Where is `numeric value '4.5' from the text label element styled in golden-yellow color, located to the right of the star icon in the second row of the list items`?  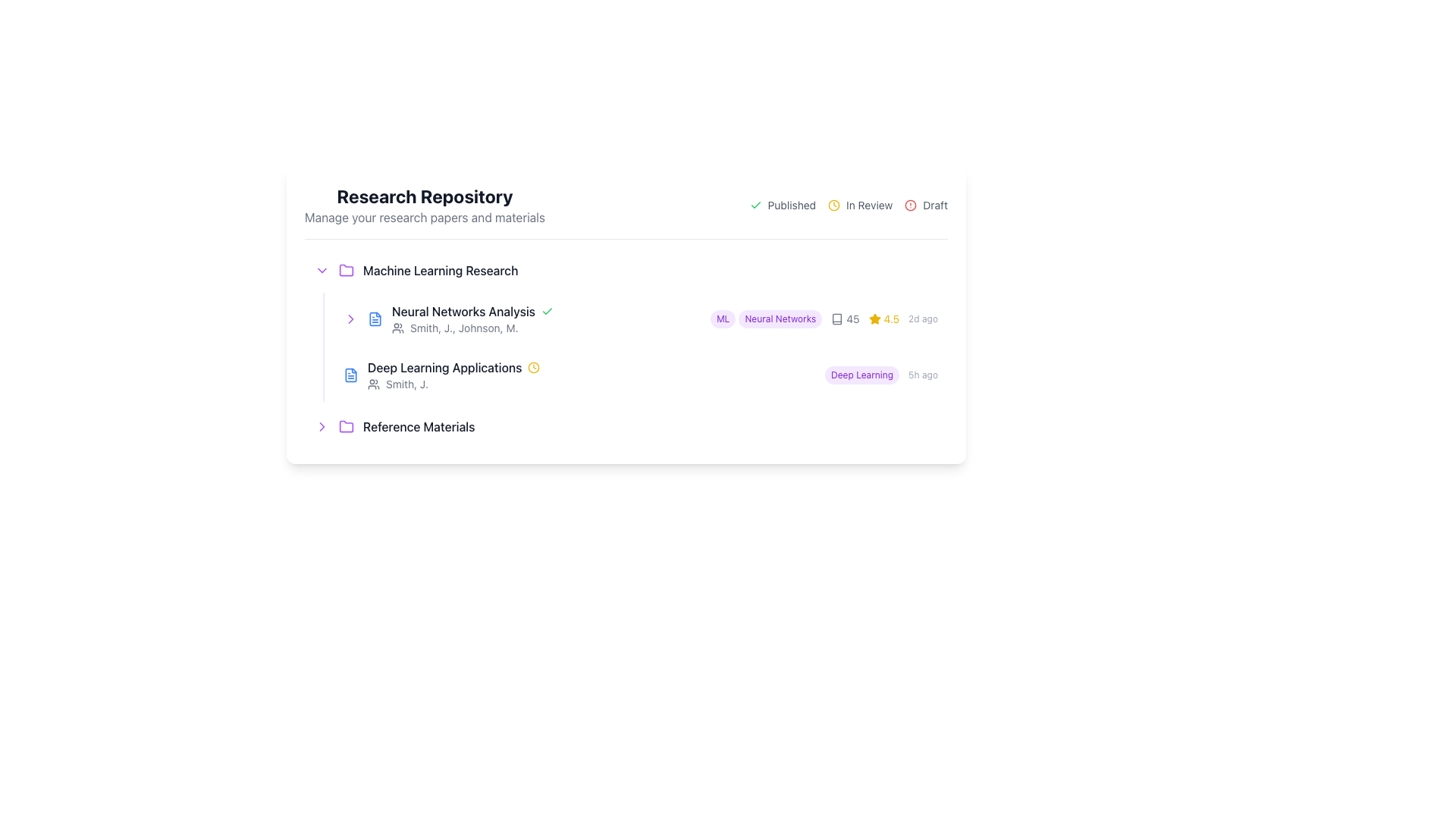
numeric value '4.5' from the text label element styled in golden-yellow color, located to the right of the star icon in the second row of the list items is located at coordinates (891, 318).